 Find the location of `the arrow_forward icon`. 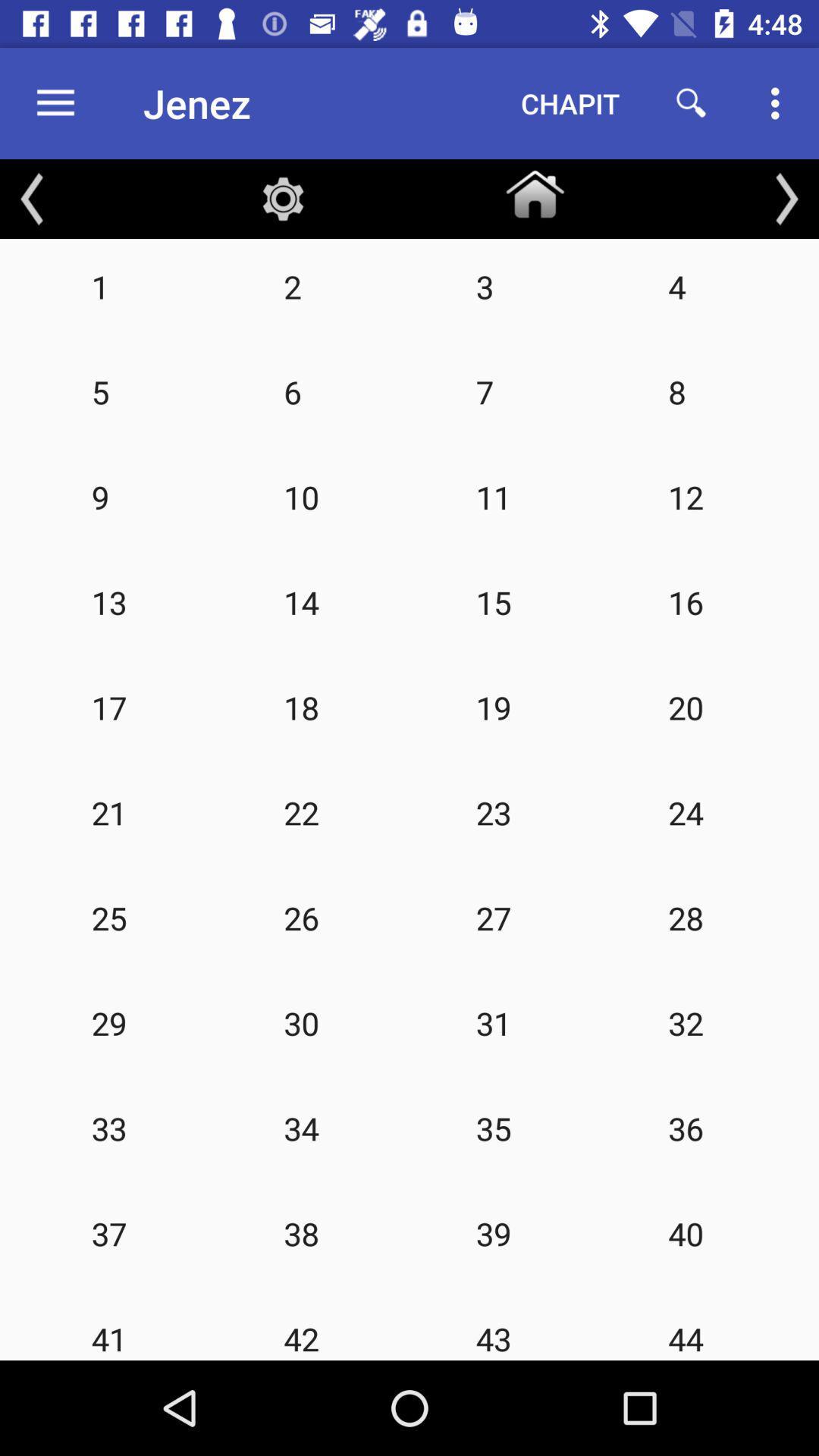

the arrow_forward icon is located at coordinates (786, 198).